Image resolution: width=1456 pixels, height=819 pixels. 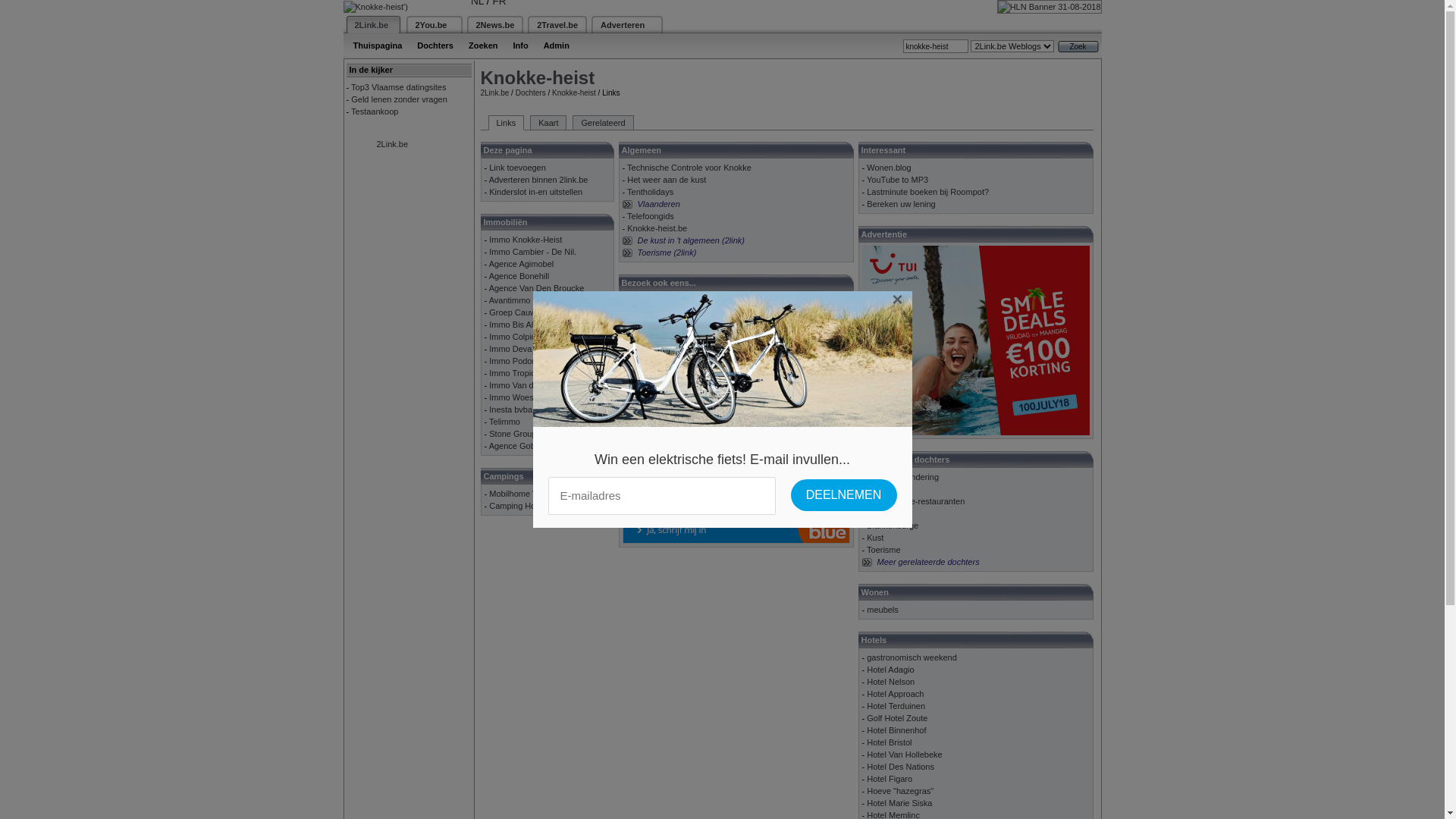 I want to click on '2News.be', so click(x=475, y=25).